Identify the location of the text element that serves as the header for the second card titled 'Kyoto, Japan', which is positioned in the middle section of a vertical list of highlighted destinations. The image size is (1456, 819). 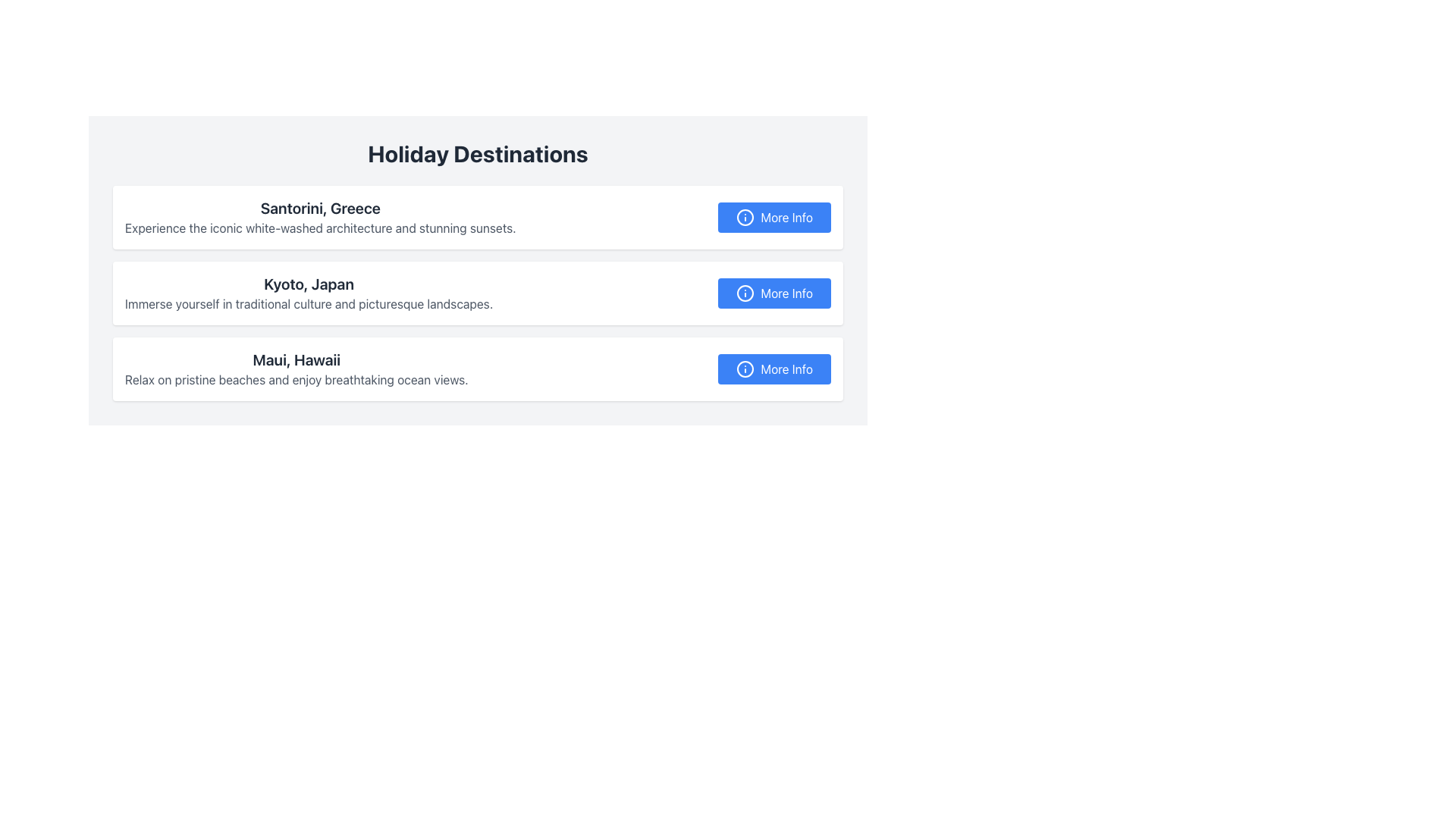
(308, 284).